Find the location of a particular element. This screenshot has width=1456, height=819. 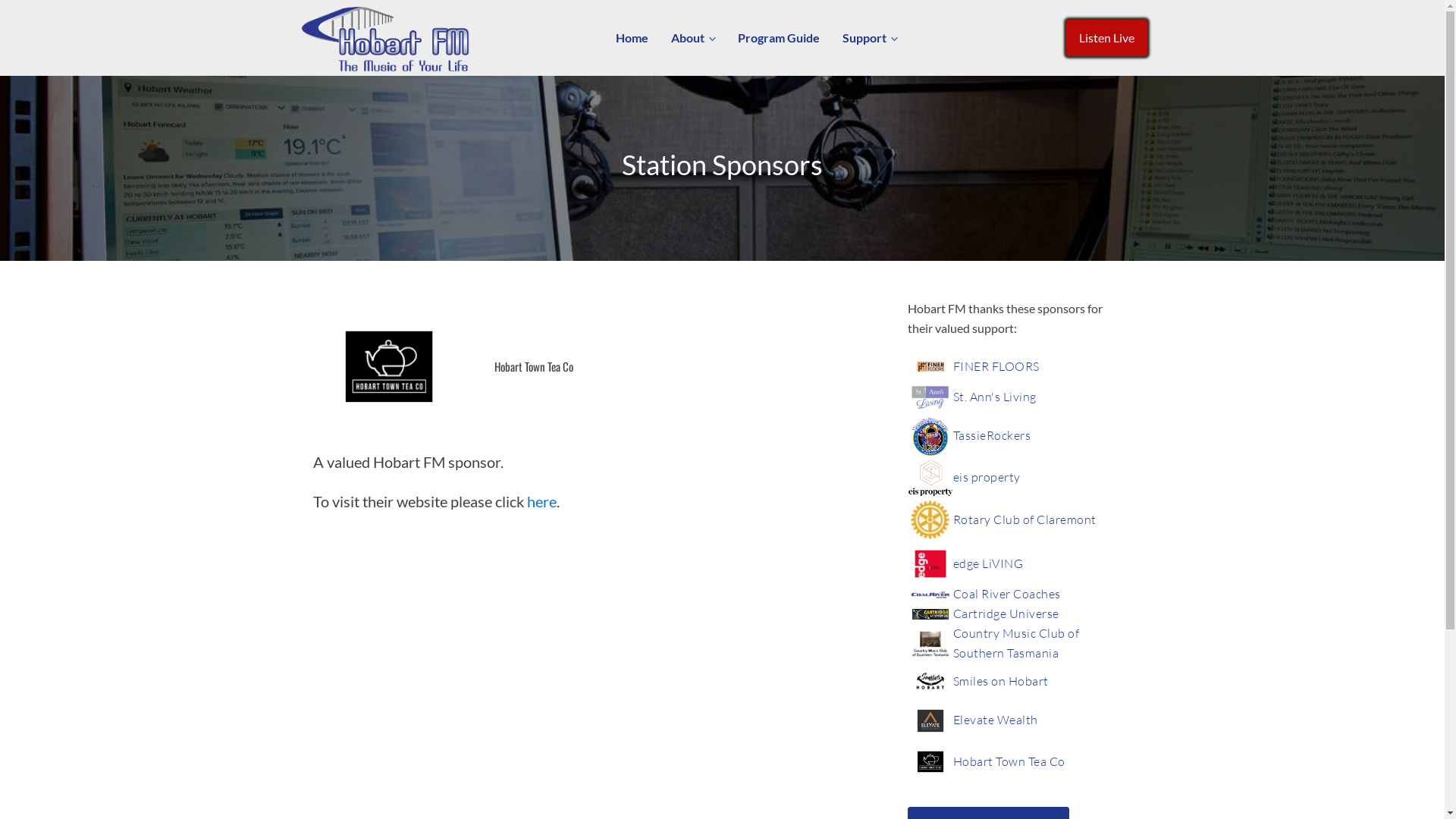

'St. Ann's Living' is located at coordinates (993, 397).